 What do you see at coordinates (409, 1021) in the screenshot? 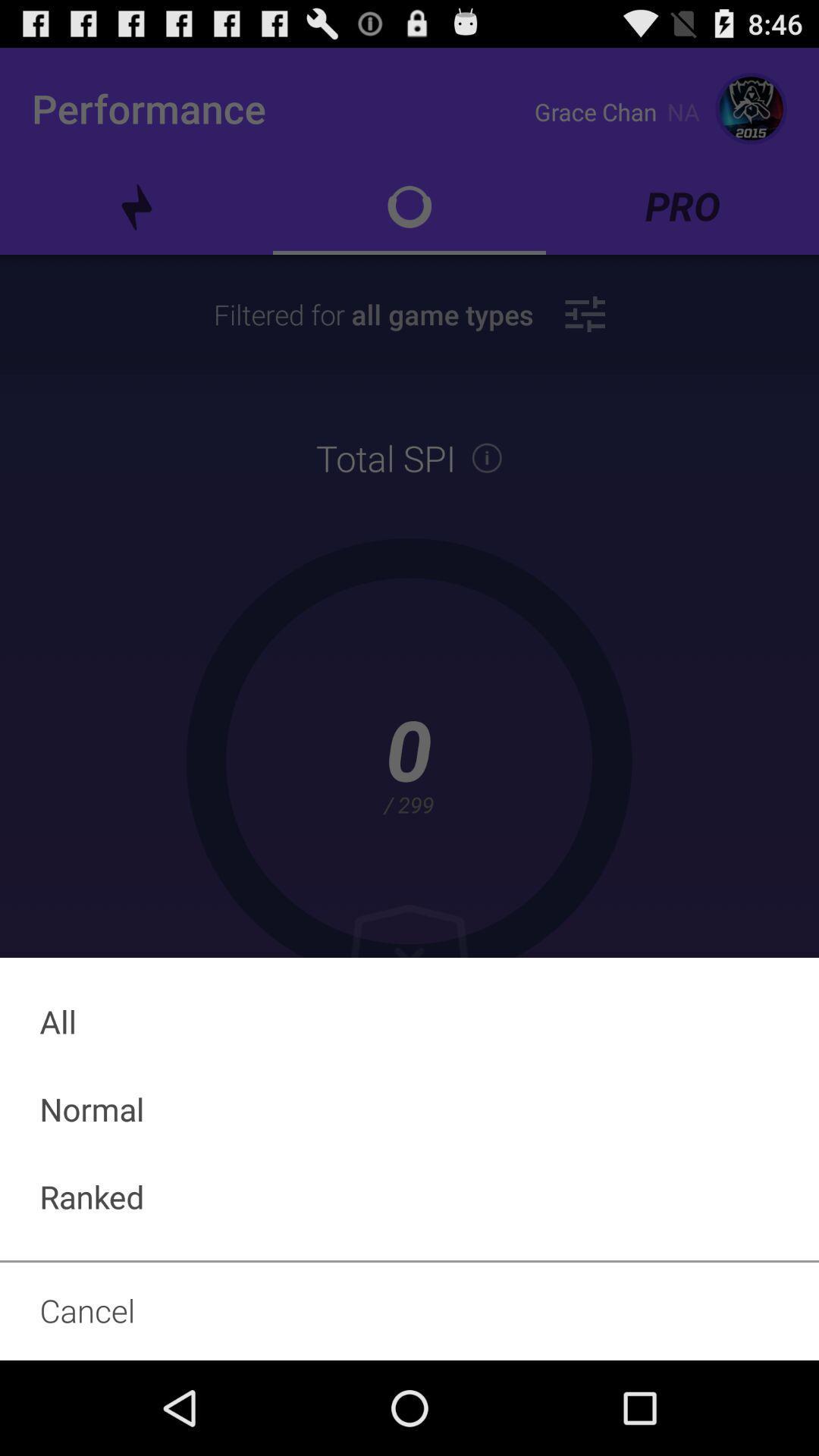
I see `all item` at bounding box center [409, 1021].